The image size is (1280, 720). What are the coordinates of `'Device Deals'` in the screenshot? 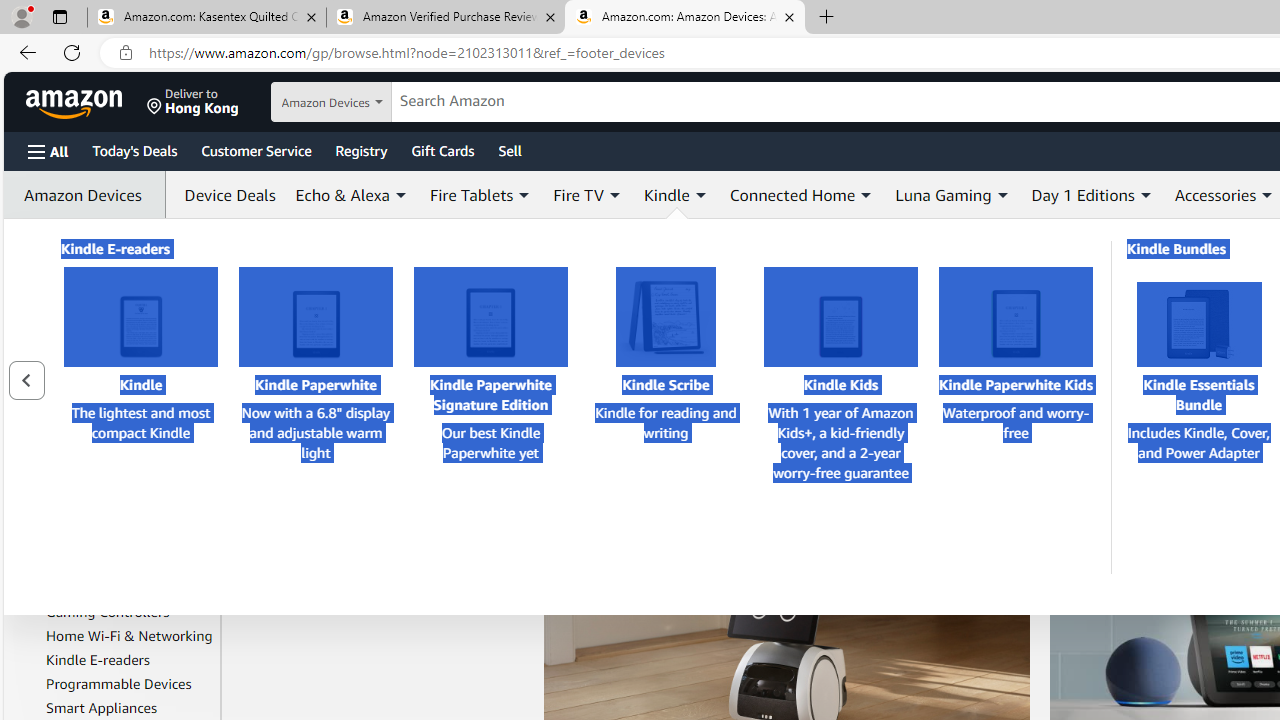 It's located at (224, 195).